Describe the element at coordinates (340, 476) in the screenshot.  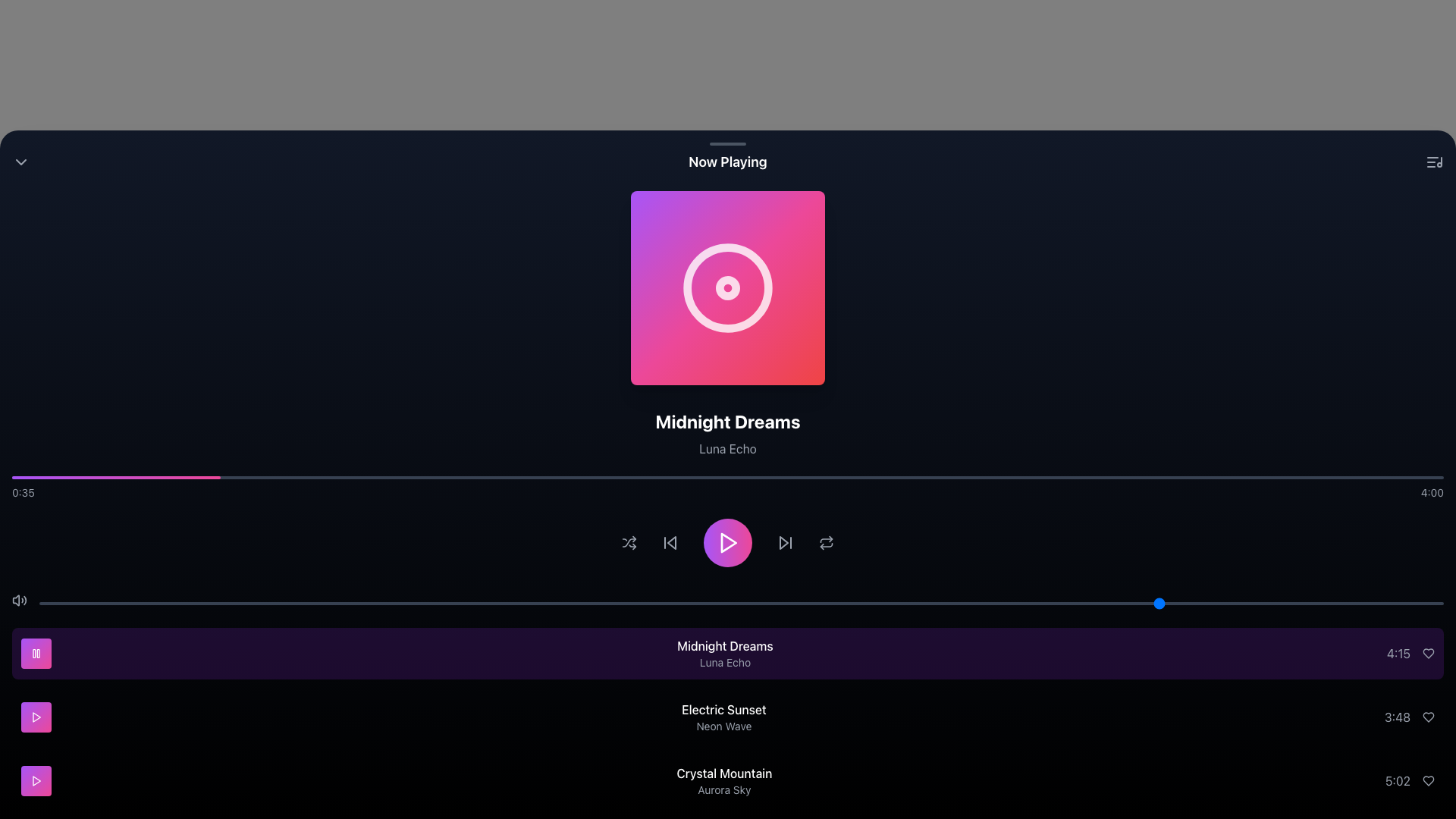
I see `the progress of the media` at that location.